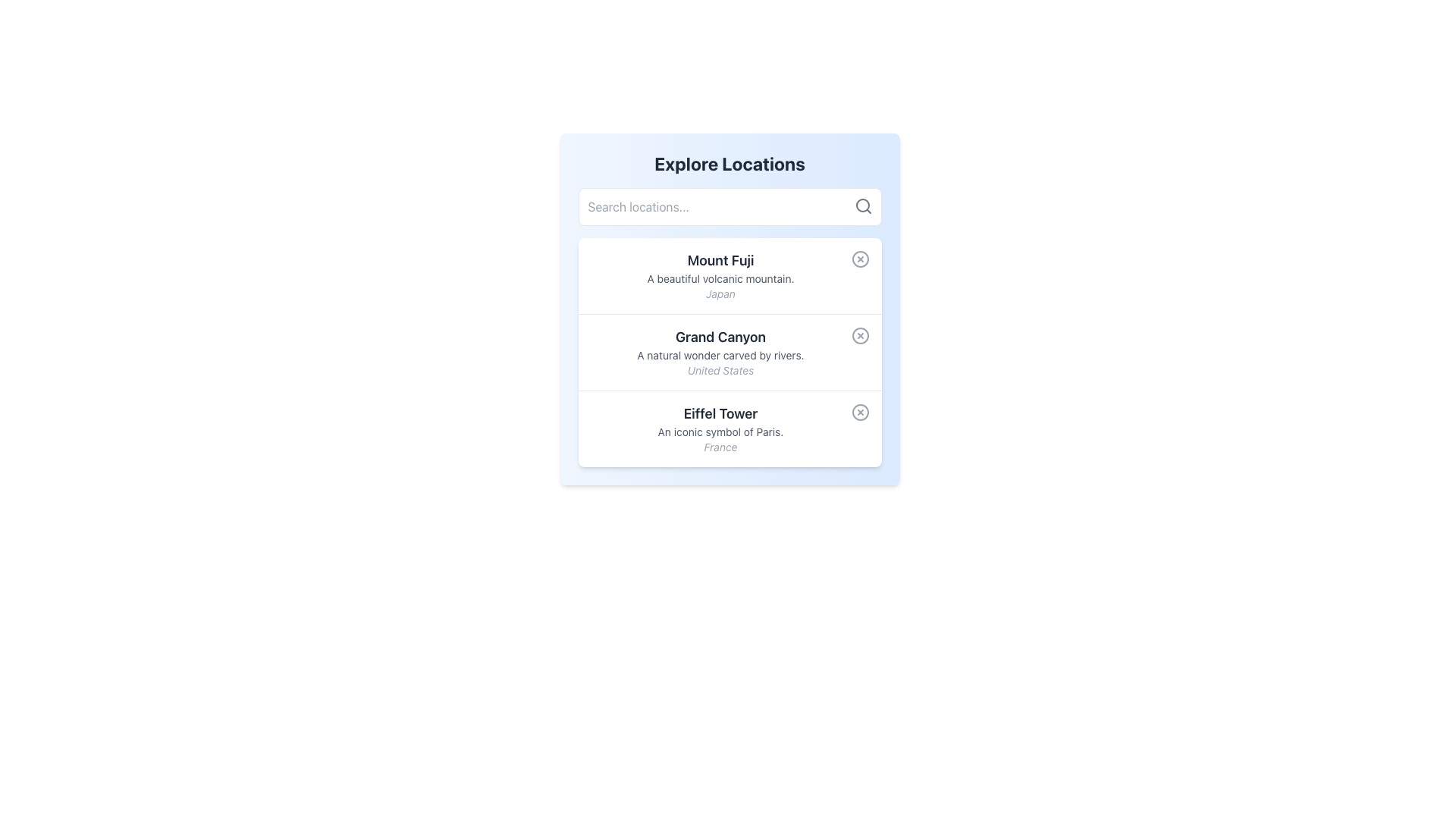 The height and width of the screenshot is (819, 1456). What do you see at coordinates (863, 206) in the screenshot?
I see `the search icon button represented by a magnifying glass, located at the right side of the search input field, to initiate the search action` at bounding box center [863, 206].